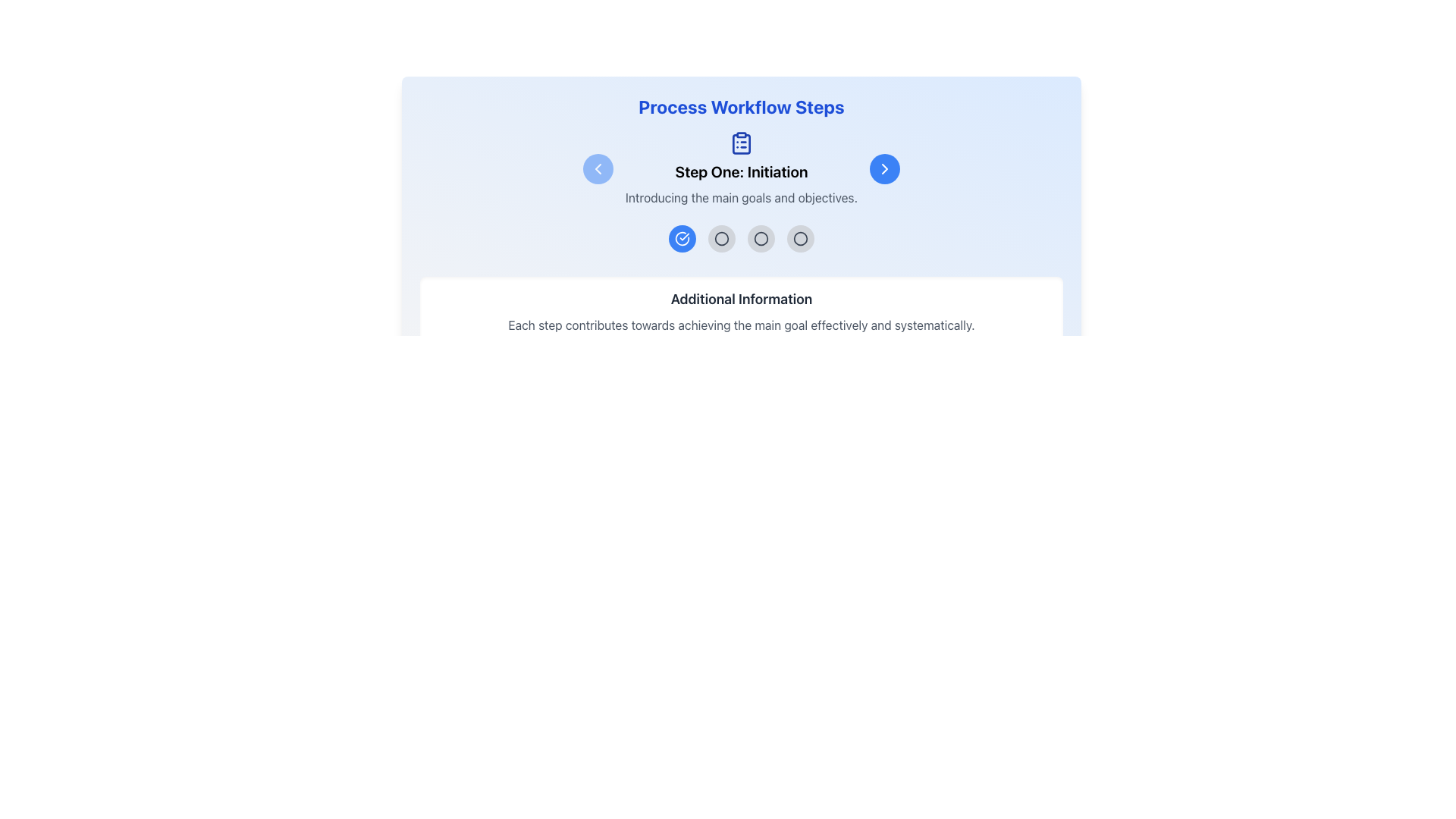  Describe the element at coordinates (800, 239) in the screenshot. I see `the fourth circular button with a gray background and a border, located below the text 'Step One: Initiation'` at that location.